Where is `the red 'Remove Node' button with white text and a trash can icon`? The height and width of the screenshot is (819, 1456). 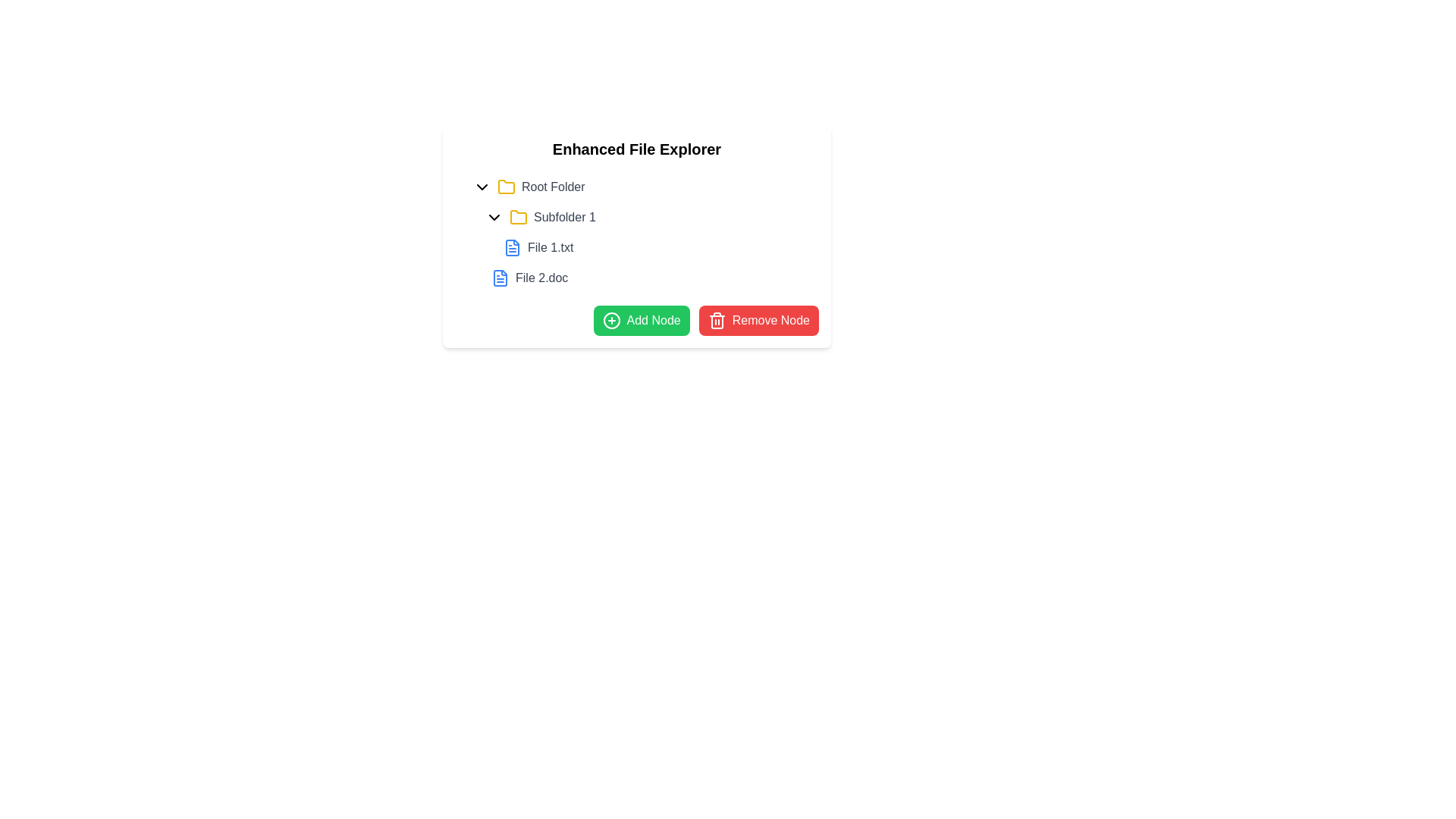 the red 'Remove Node' button with white text and a trash can icon is located at coordinates (758, 320).